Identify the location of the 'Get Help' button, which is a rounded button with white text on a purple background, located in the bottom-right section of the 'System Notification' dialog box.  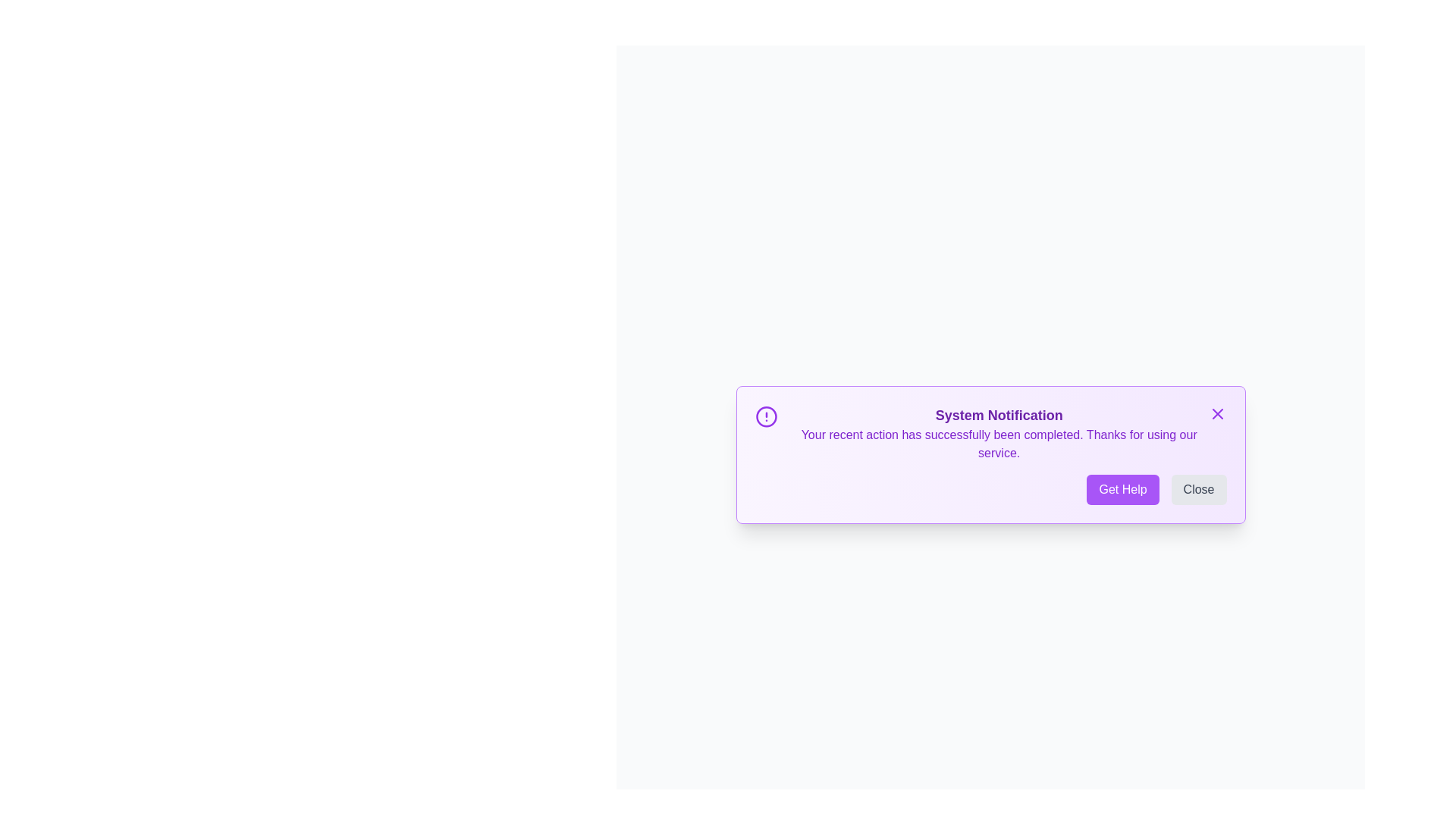
(1123, 489).